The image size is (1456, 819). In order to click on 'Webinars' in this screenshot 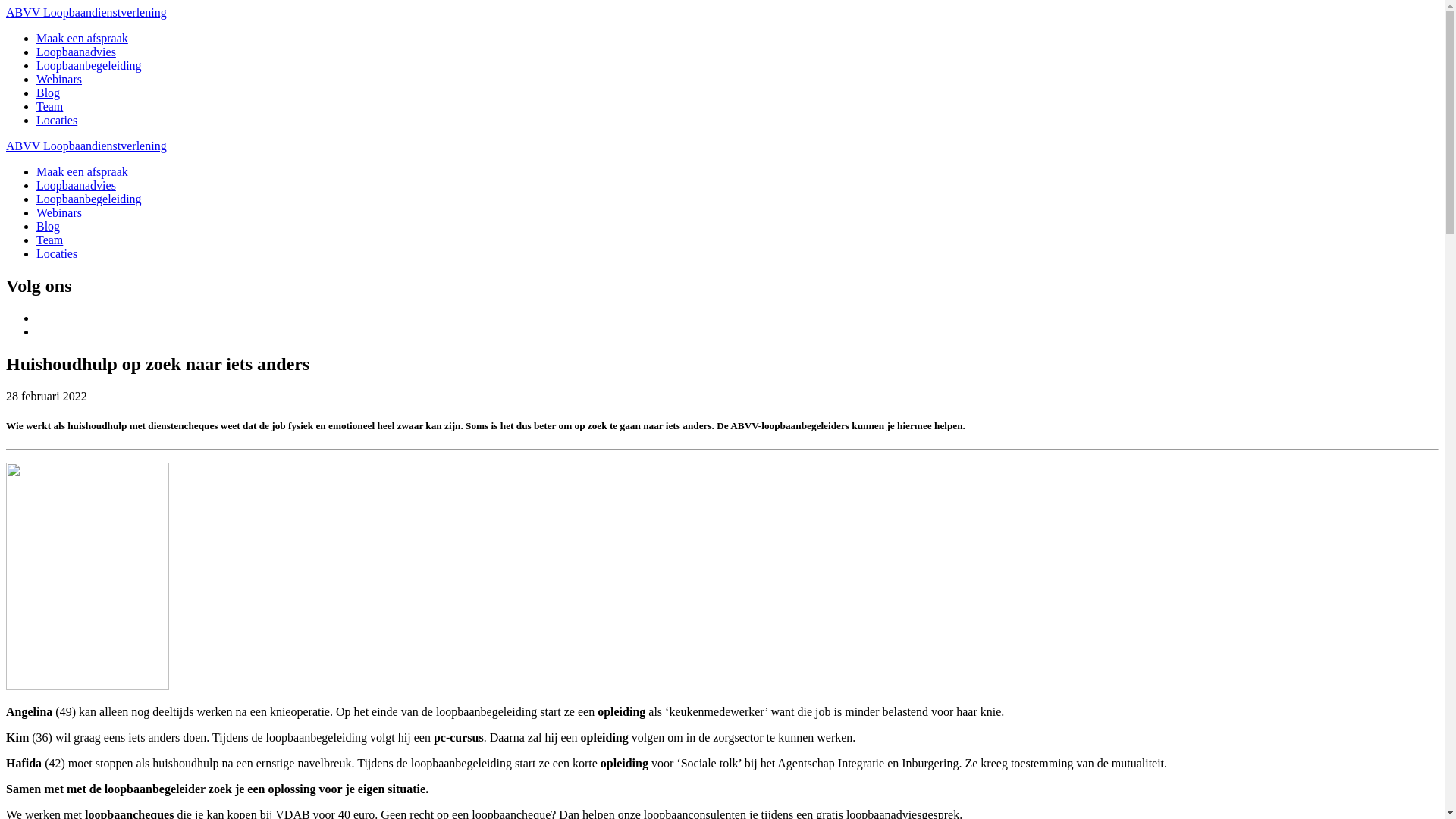, I will do `click(58, 79)`.